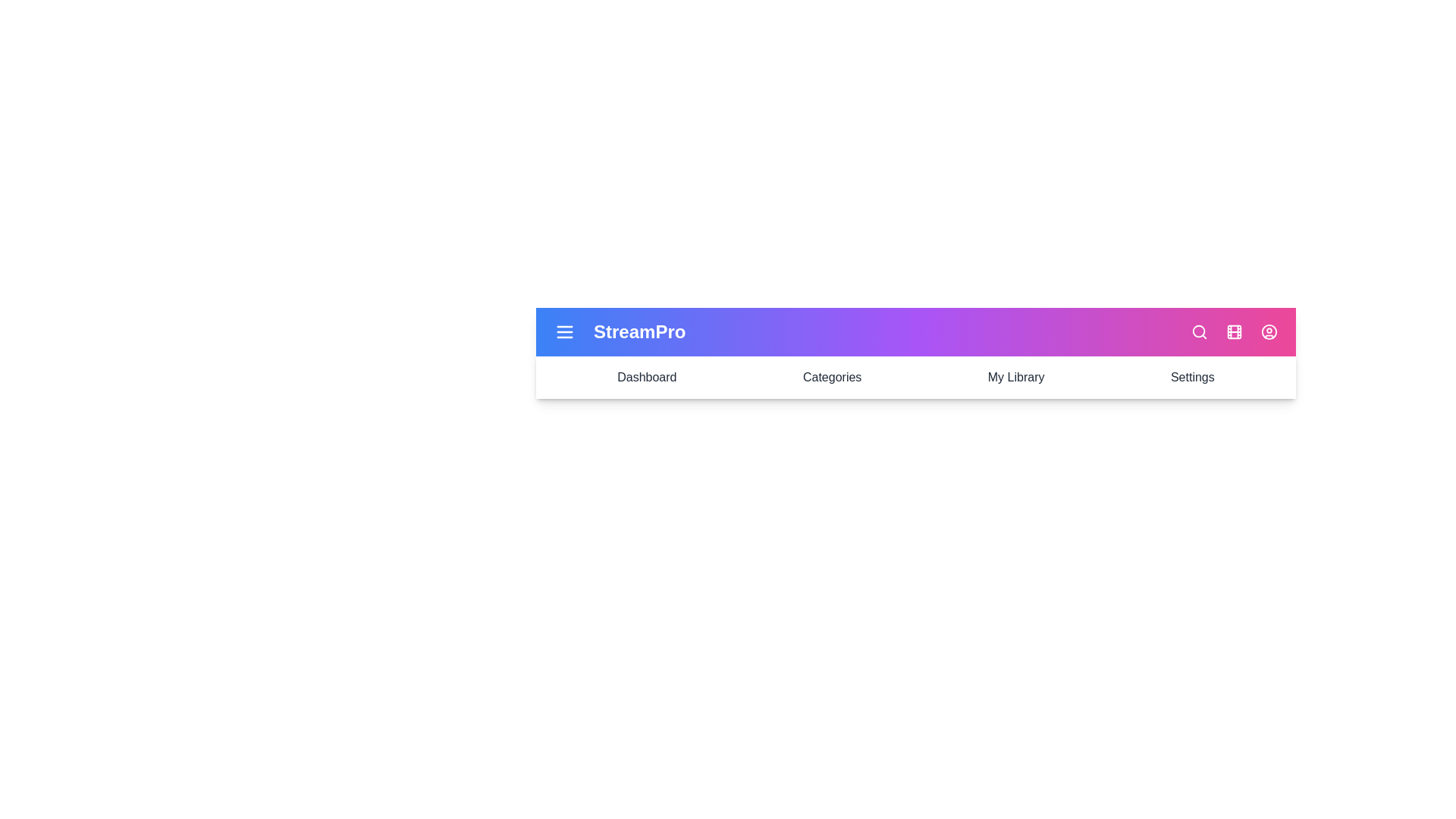 The image size is (1456, 819). What do you see at coordinates (1199, 331) in the screenshot?
I see `the interactive element search_icon to observe its hover effect` at bounding box center [1199, 331].